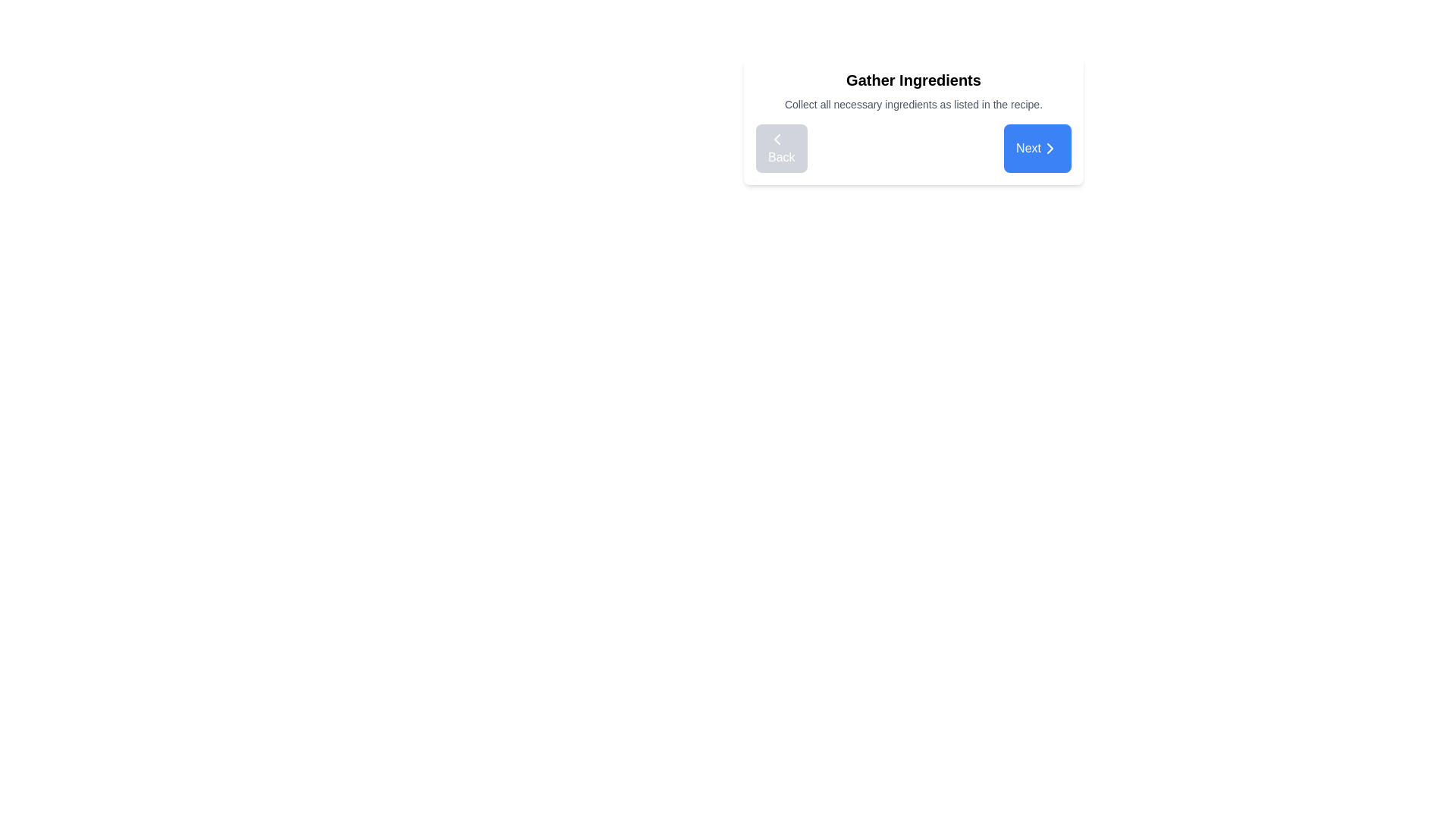 The width and height of the screenshot is (1456, 819). What do you see at coordinates (1050, 149) in the screenshot?
I see `the 'Next' button, which is located at the bottom-right corner of the interface card and contains a right-pointing chevron SVG icon as a visual indicator` at bounding box center [1050, 149].